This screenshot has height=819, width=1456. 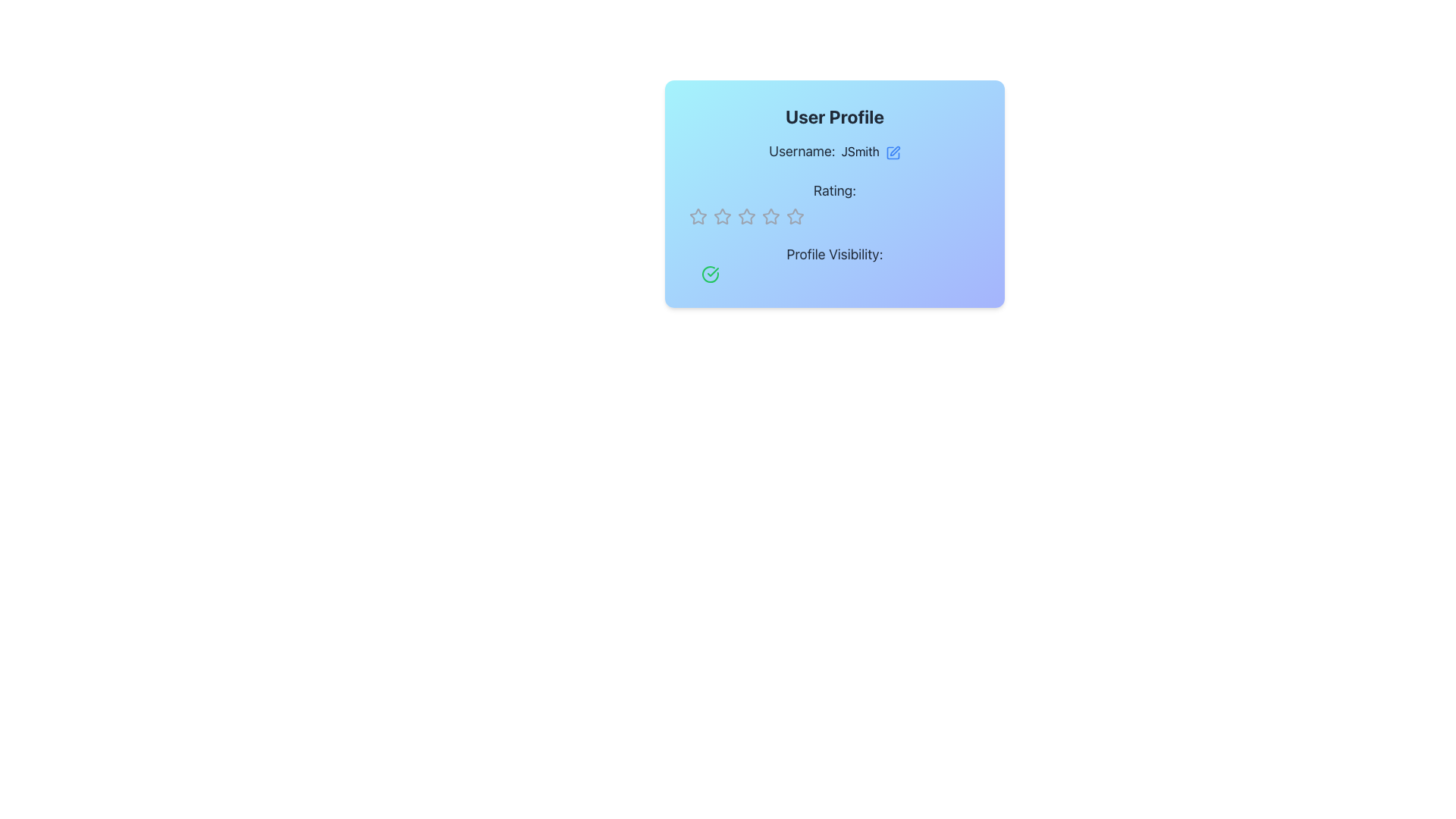 I want to click on text label 'Profile Visibility:' which is positioned below the 'Rating:' section in the user profile card interface, so click(x=833, y=262).